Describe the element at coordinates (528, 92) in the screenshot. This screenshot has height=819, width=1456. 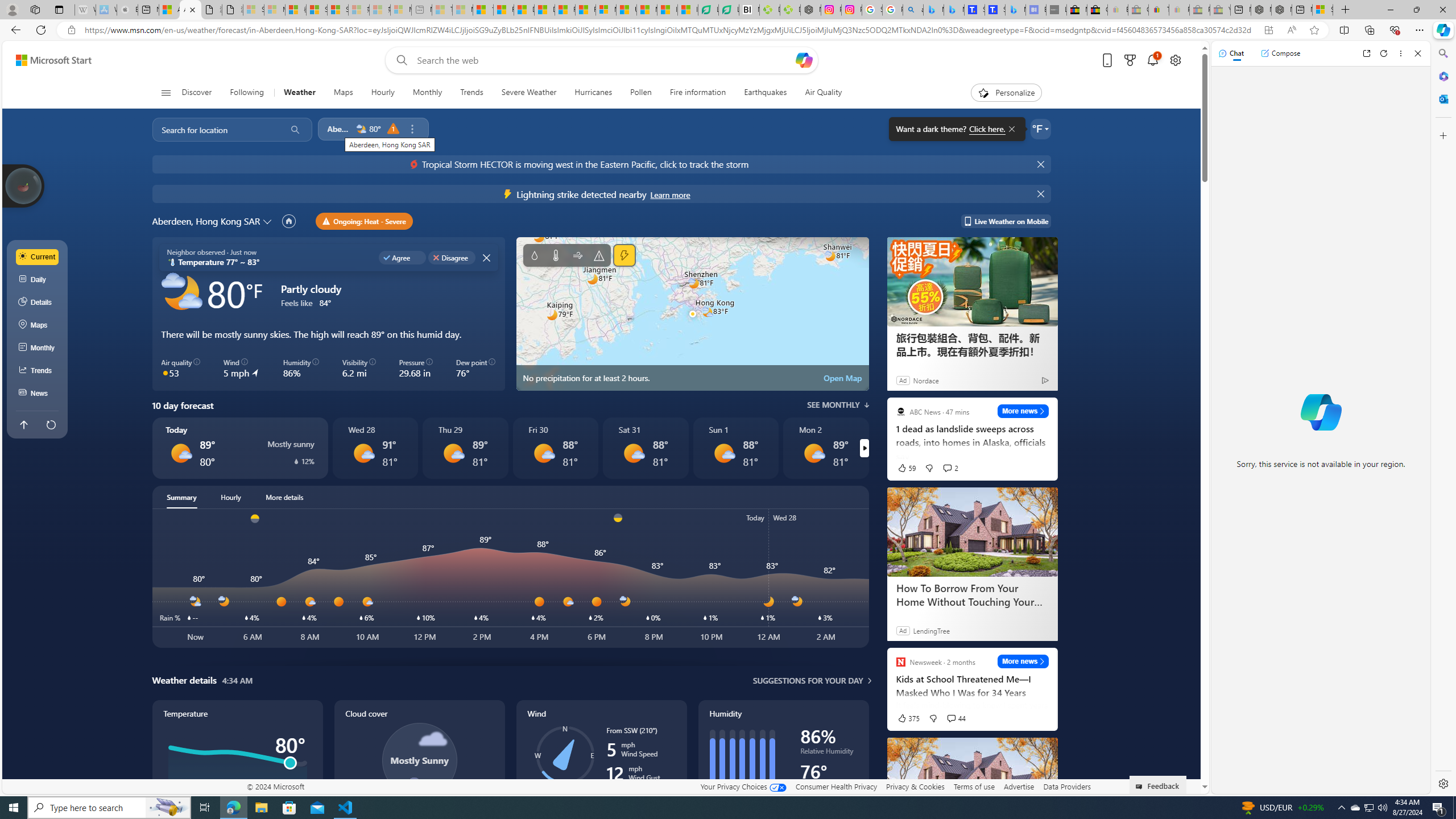
I see `'Severe Weather'` at that location.